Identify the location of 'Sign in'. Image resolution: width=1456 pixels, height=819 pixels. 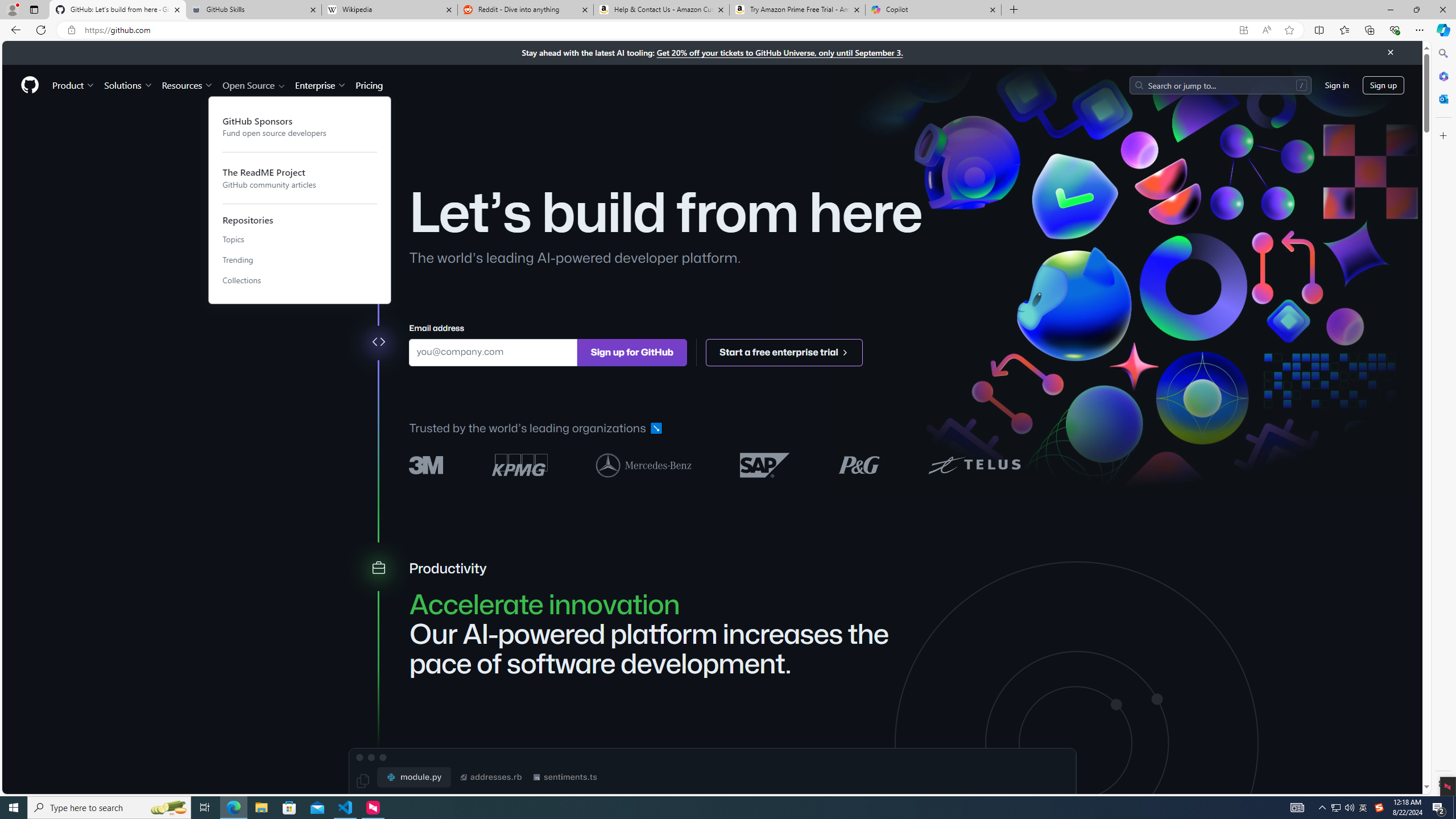
(1337, 85).